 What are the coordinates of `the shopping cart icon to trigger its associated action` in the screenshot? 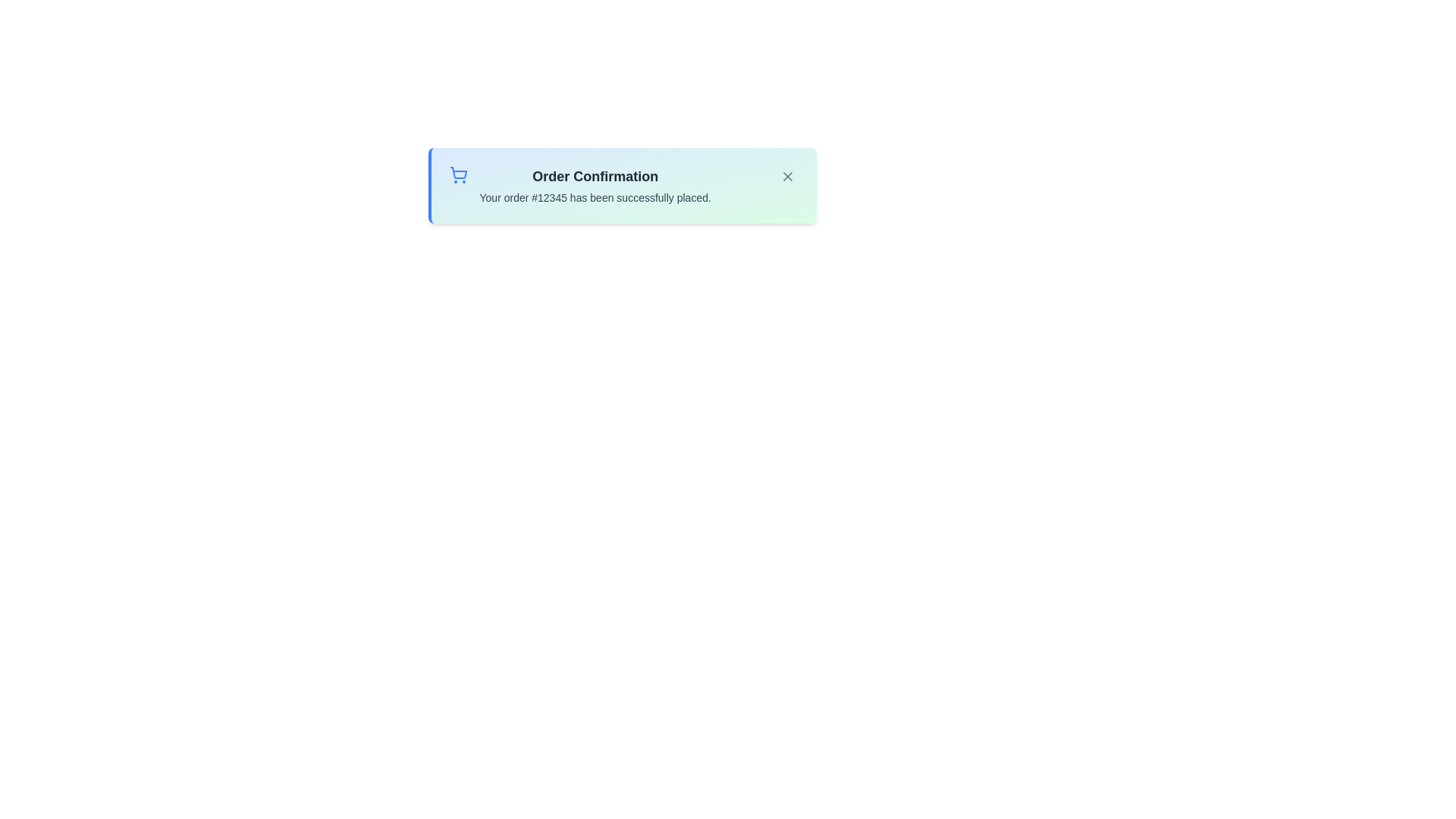 It's located at (457, 174).